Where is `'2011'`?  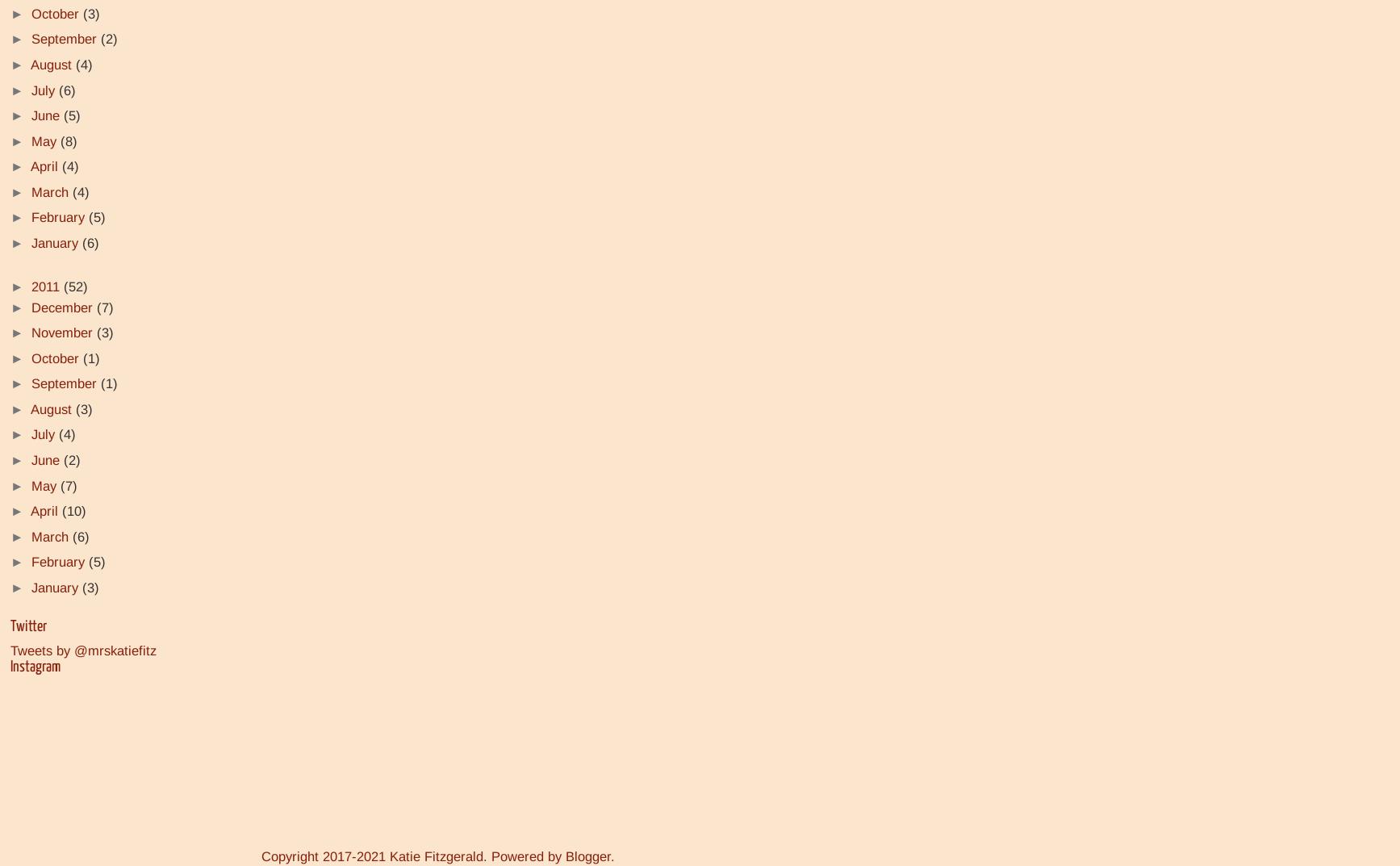
'2011' is located at coordinates (47, 286).